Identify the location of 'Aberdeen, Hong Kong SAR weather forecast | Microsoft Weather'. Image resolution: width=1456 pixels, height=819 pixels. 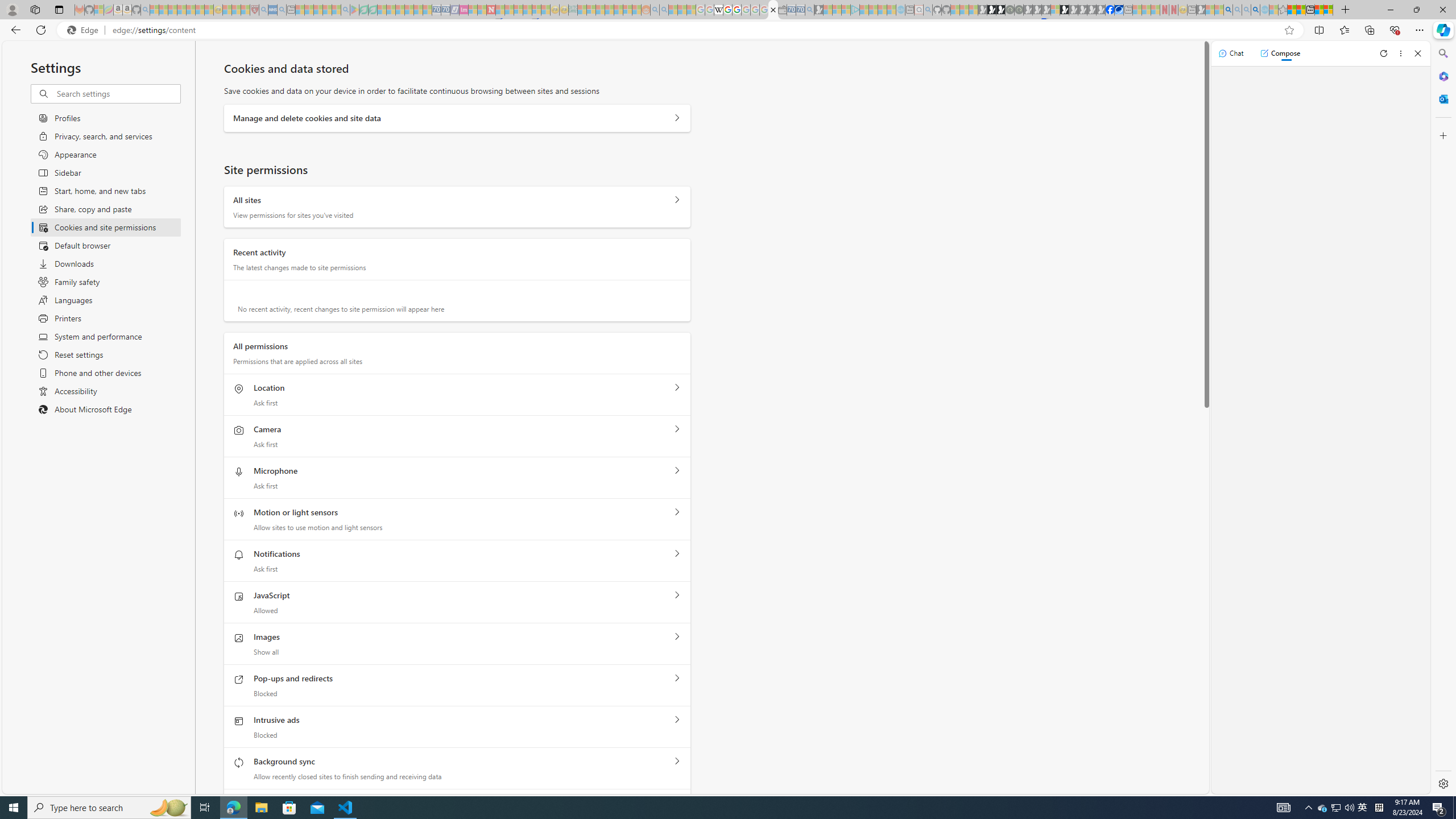
(1300, 9).